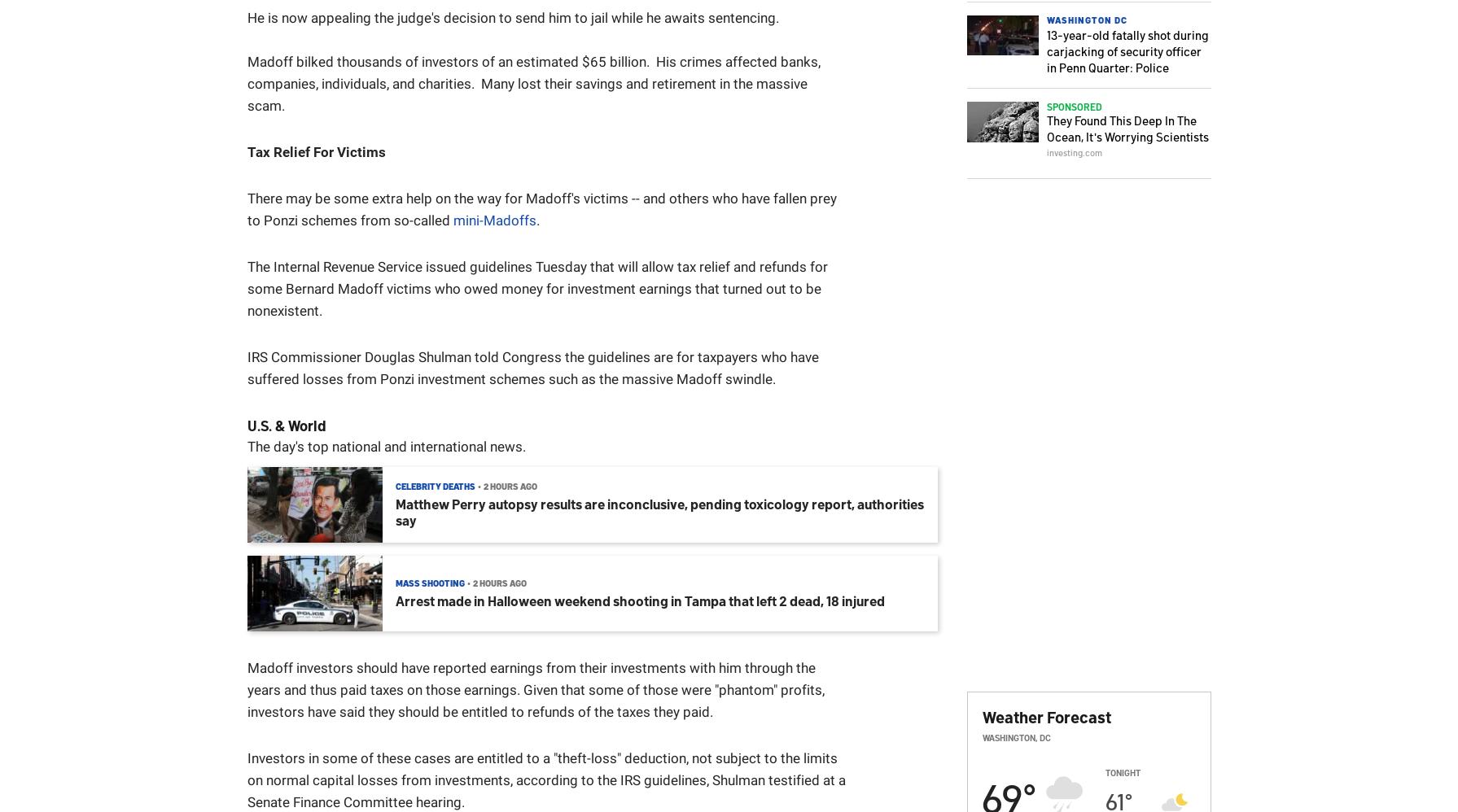  I want to click on 'The Internal Revenue Service issued guidelines Tuesday that will allow tax relief and refunds for some Bernard Madoff victims who owed money for investment earnings that turned out to be nonexistent.', so click(536, 287).